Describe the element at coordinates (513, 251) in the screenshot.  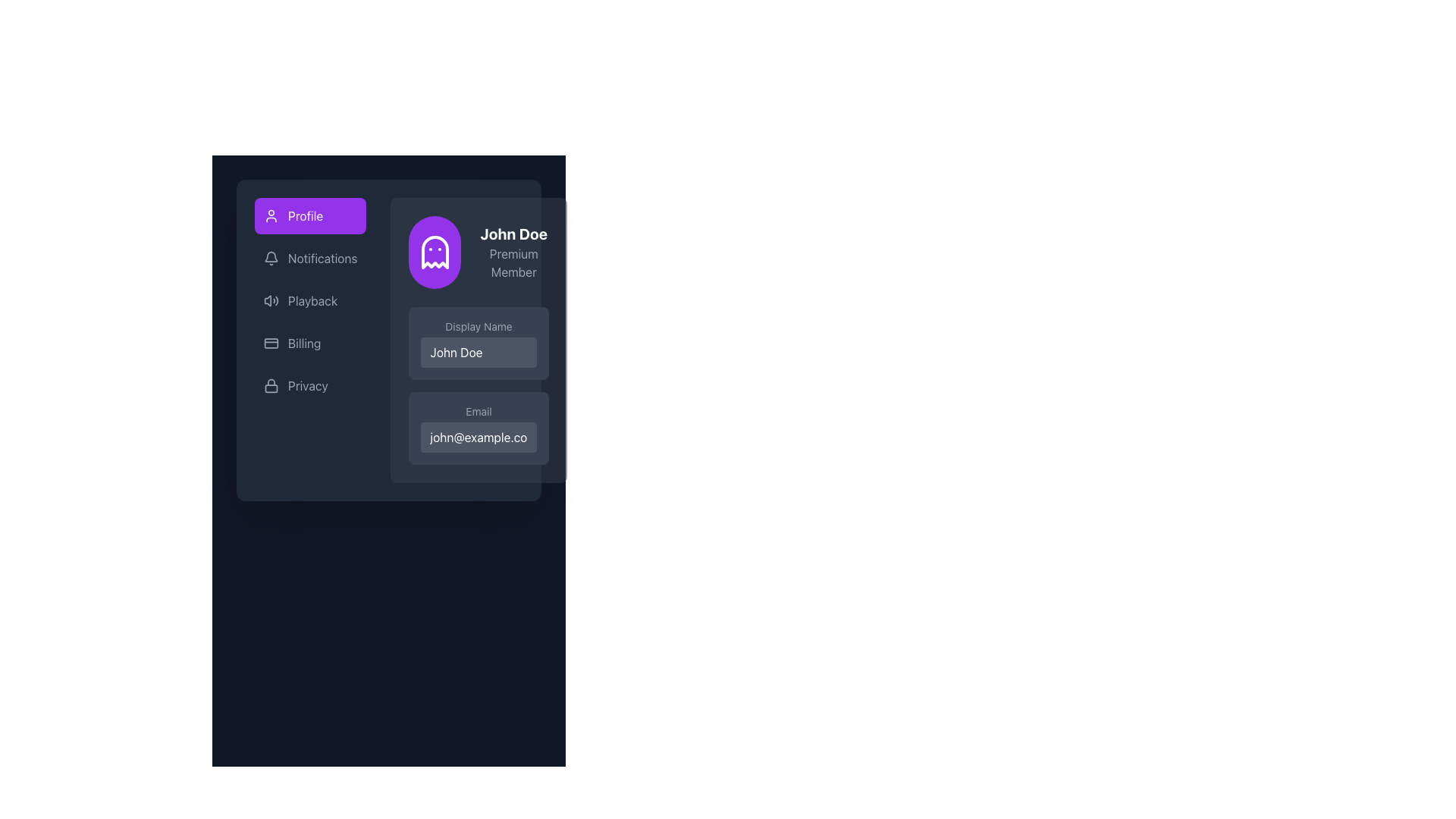
I see `the text display element that shows the user's name 'John Doe' and membership status 'Premium Member' in the upper-right area of the profile card` at that location.